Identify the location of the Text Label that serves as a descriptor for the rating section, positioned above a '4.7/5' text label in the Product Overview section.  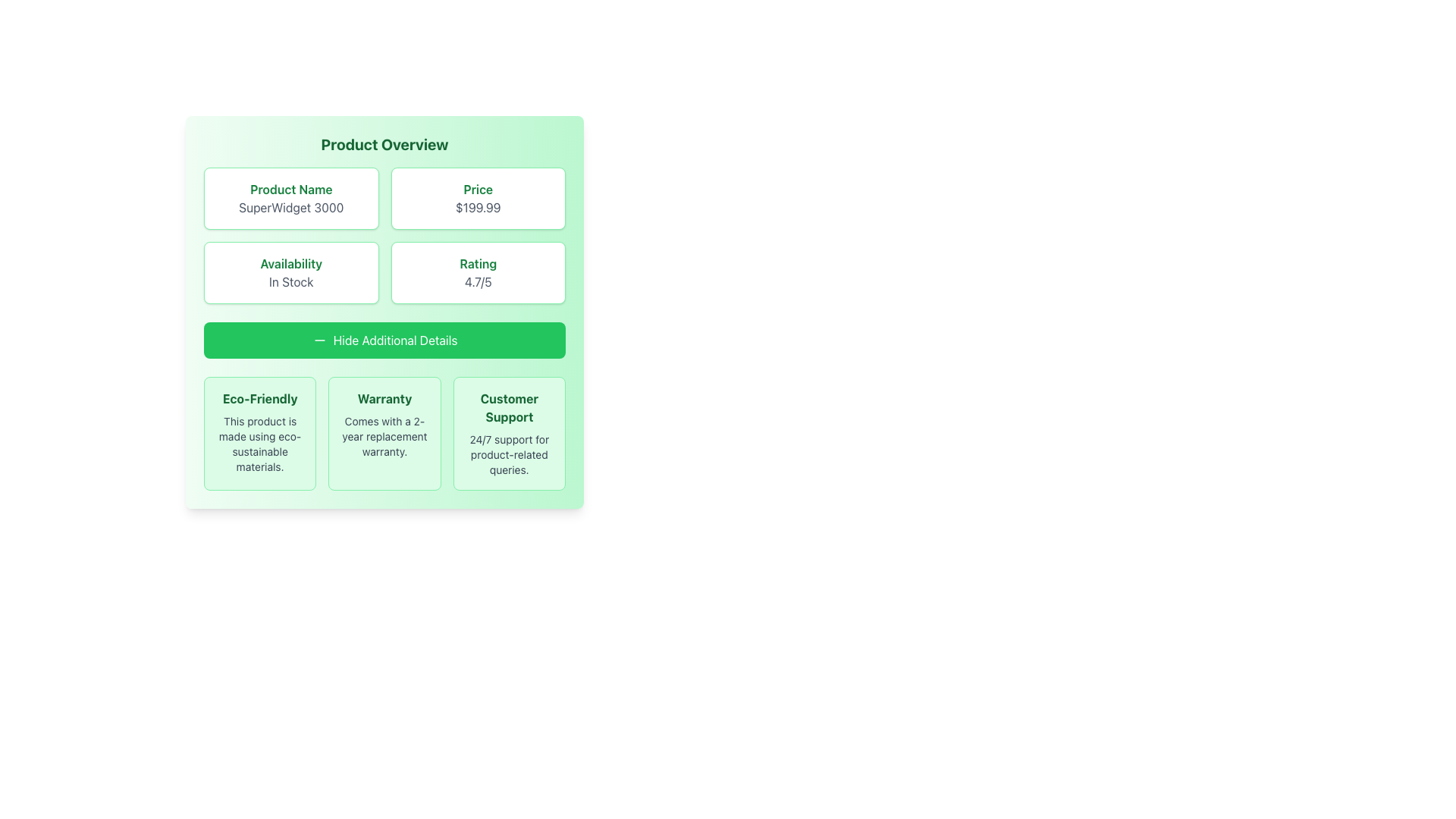
(477, 262).